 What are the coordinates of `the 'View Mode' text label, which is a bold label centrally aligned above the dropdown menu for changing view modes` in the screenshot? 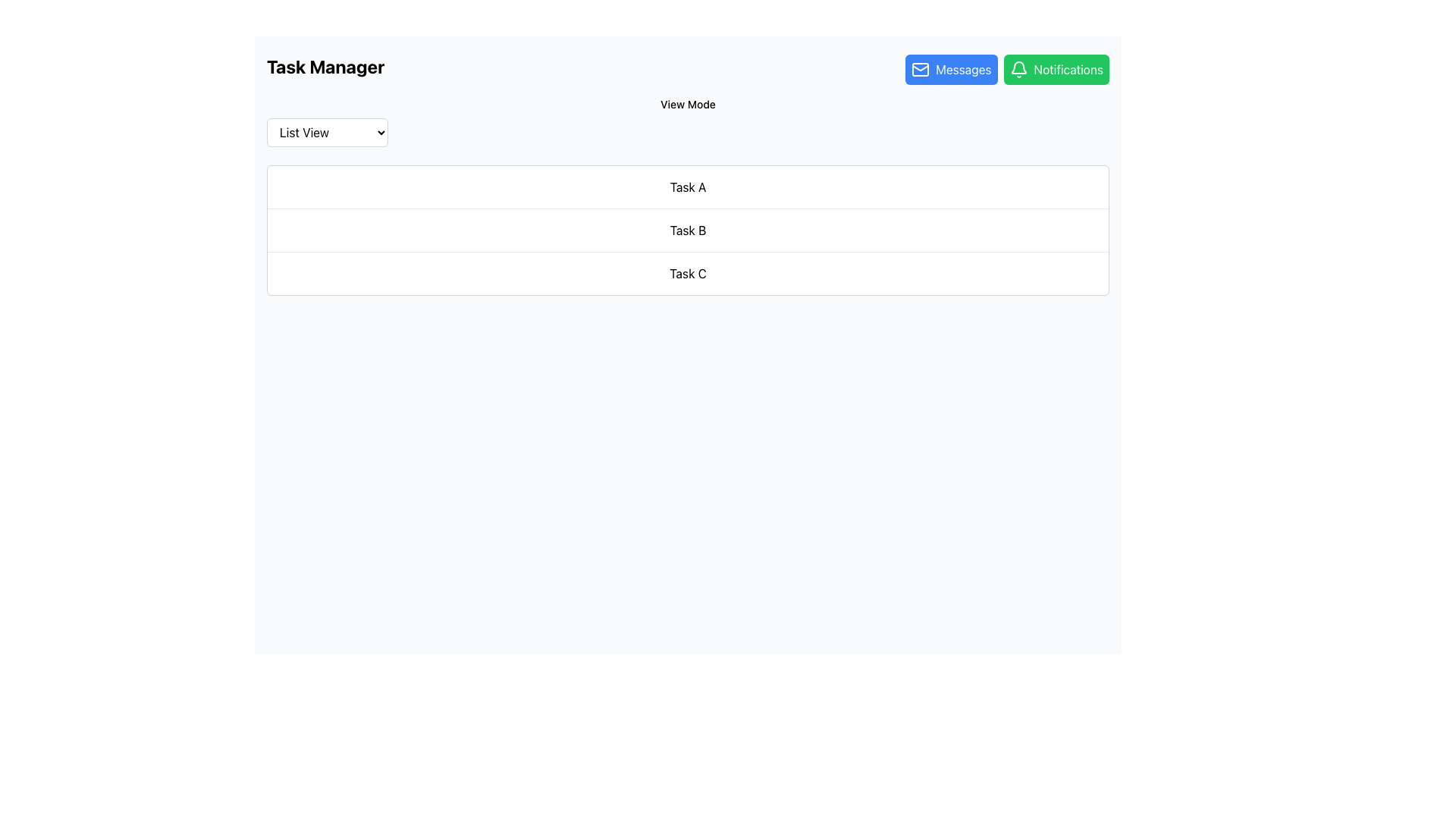 It's located at (687, 104).